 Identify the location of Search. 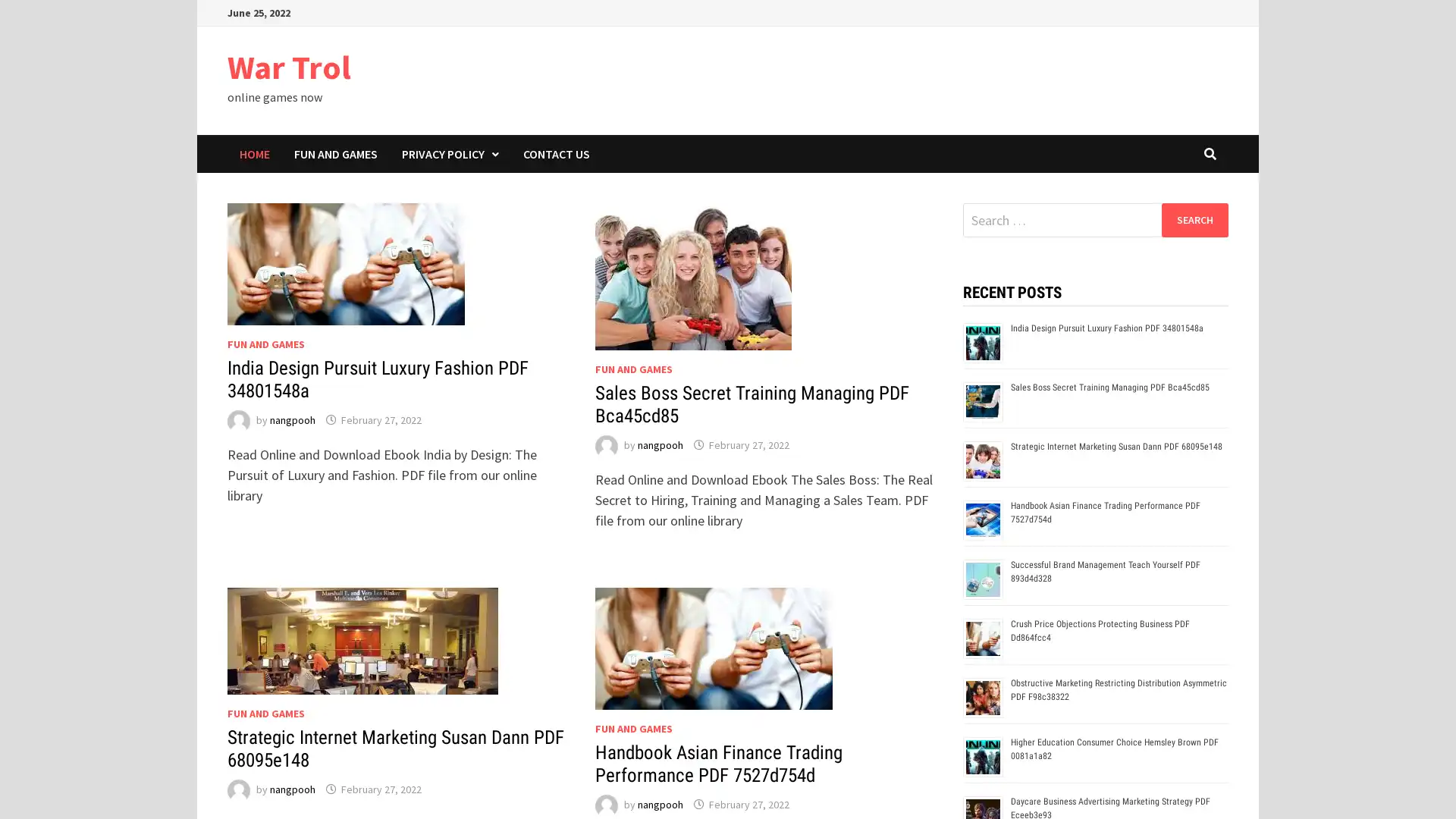
(1194, 219).